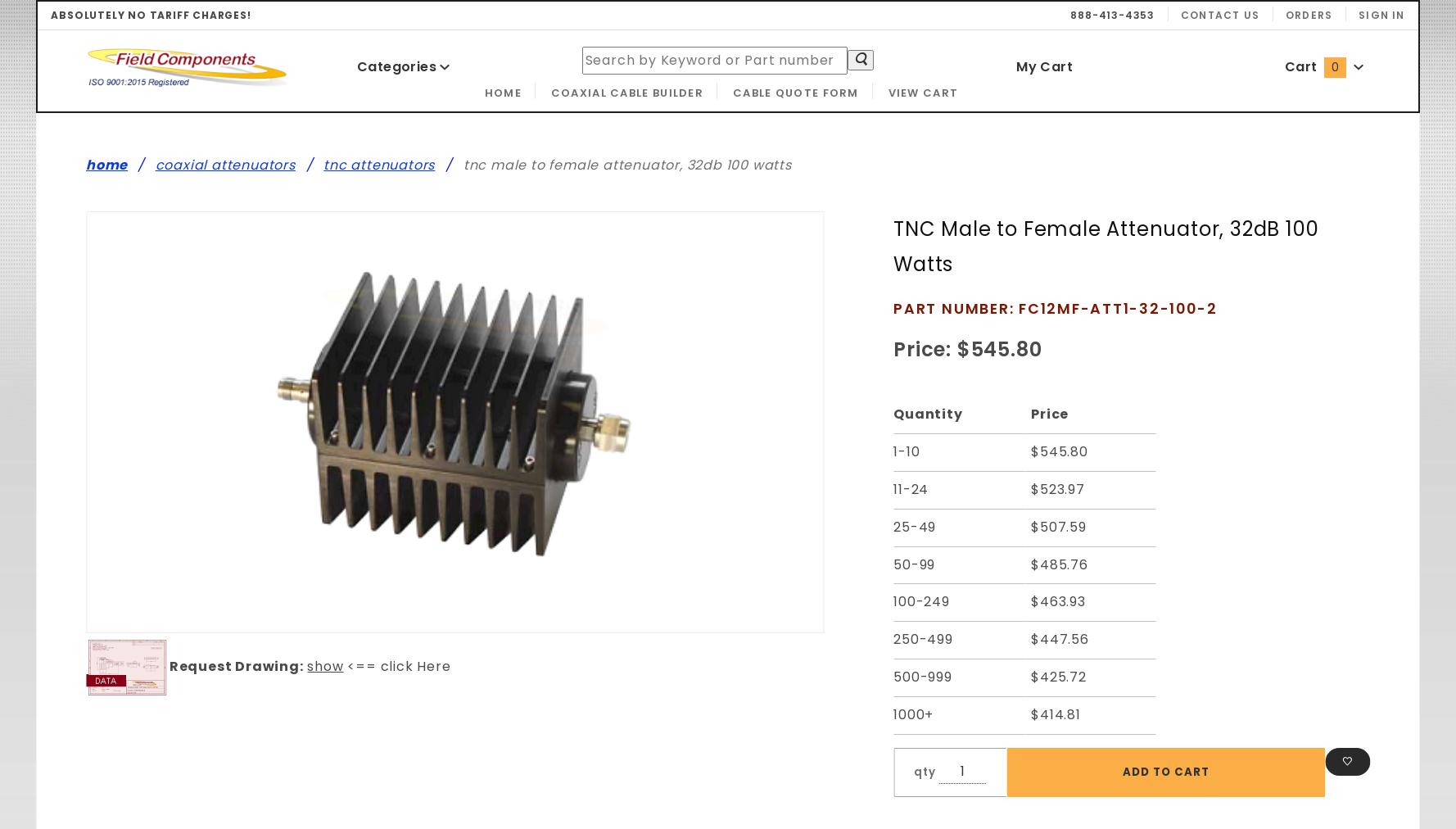 The image size is (1456, 829). What do you see at coordinates (483, 91) in the screenshot?
I see `'HOME'` at bounding box center [483, 91].